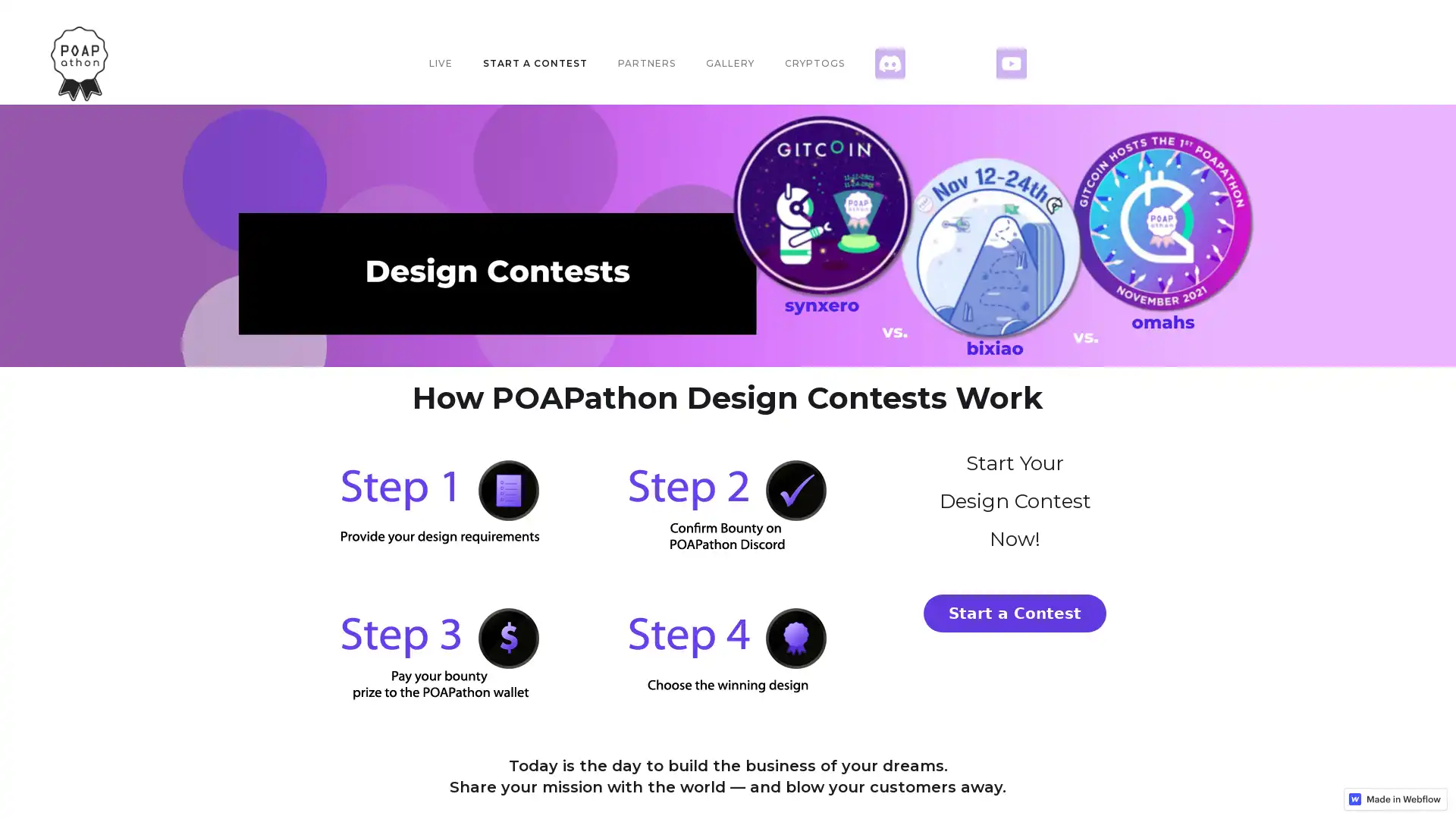  Describe the element at coordinates (1015, 613) in the screenshot. I see `Start a Contest` at that location.